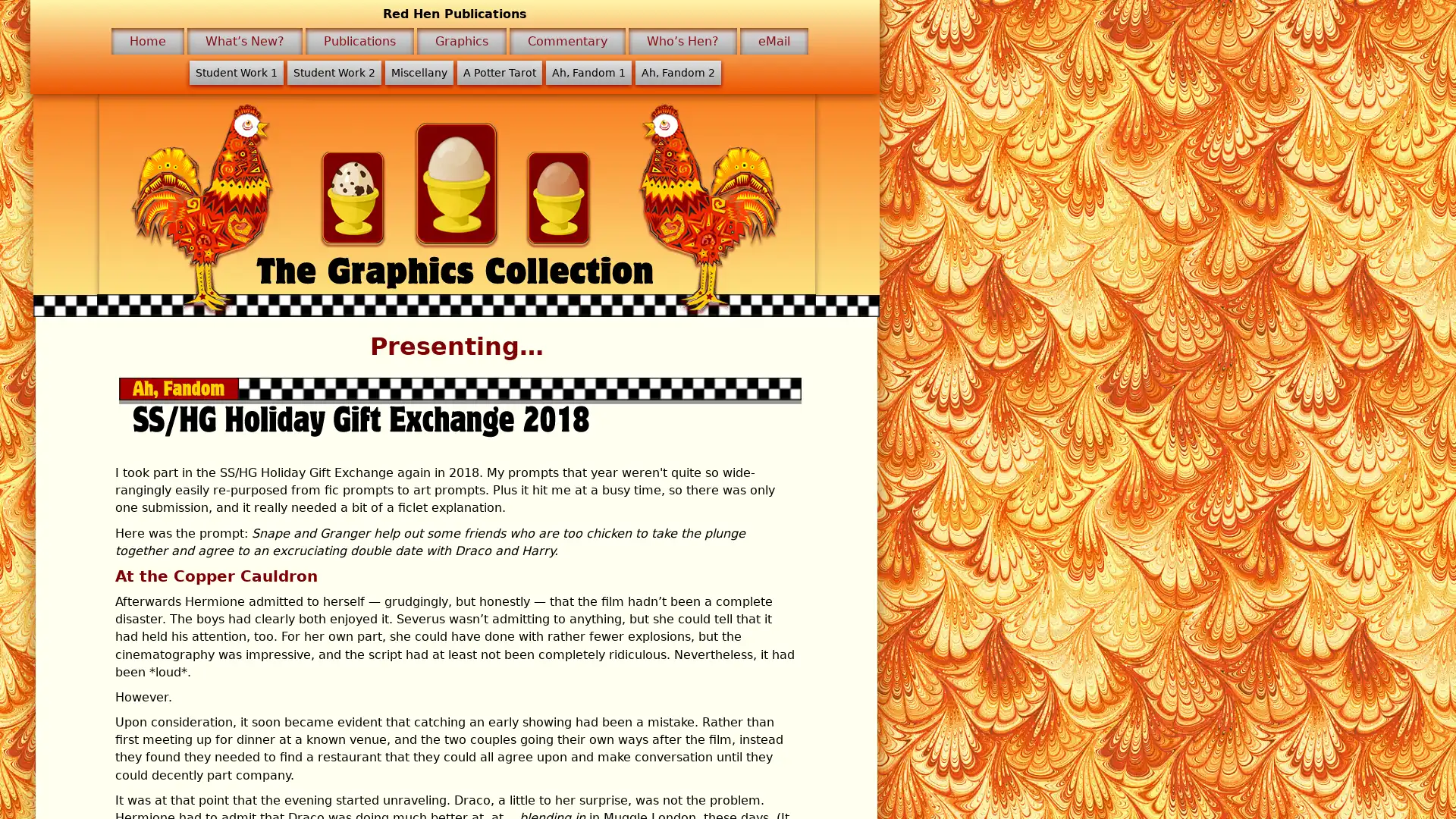  I want to click on Miscellany, so click(419, 73).